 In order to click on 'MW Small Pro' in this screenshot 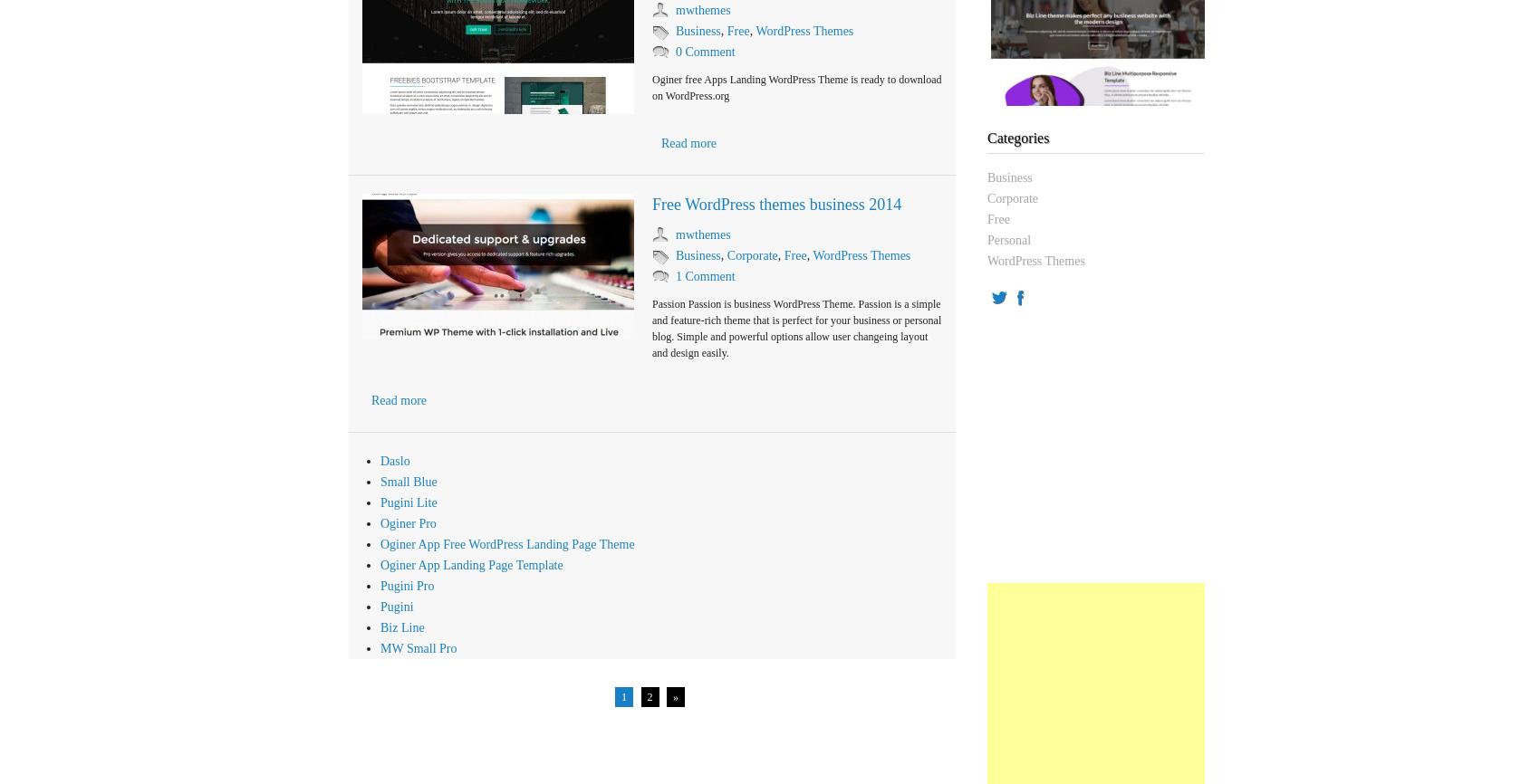, I will do `click(419, 647)`.